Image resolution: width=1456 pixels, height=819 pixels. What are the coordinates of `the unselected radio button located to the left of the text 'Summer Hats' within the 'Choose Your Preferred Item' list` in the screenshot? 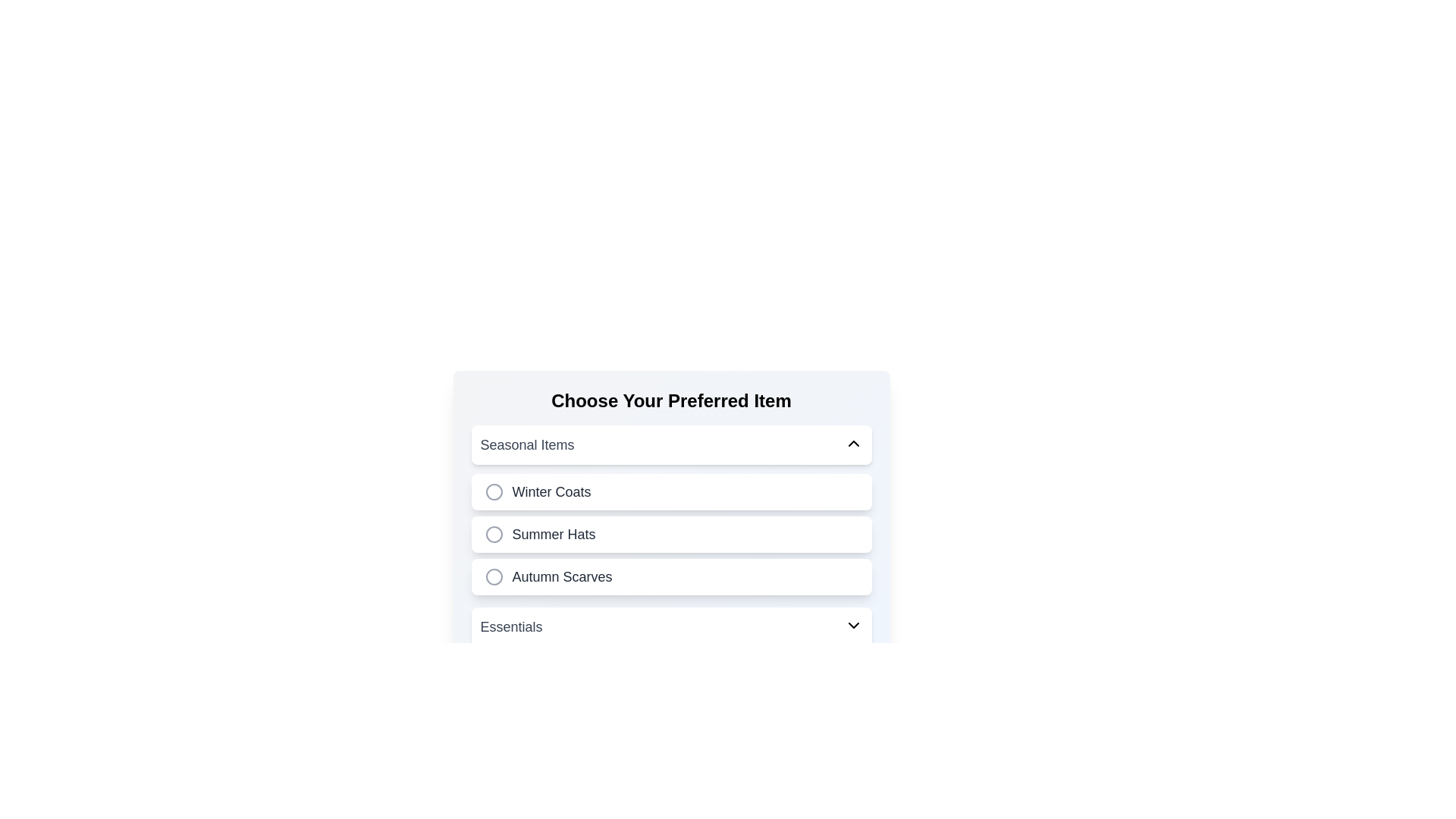 It's located at (494, 534).